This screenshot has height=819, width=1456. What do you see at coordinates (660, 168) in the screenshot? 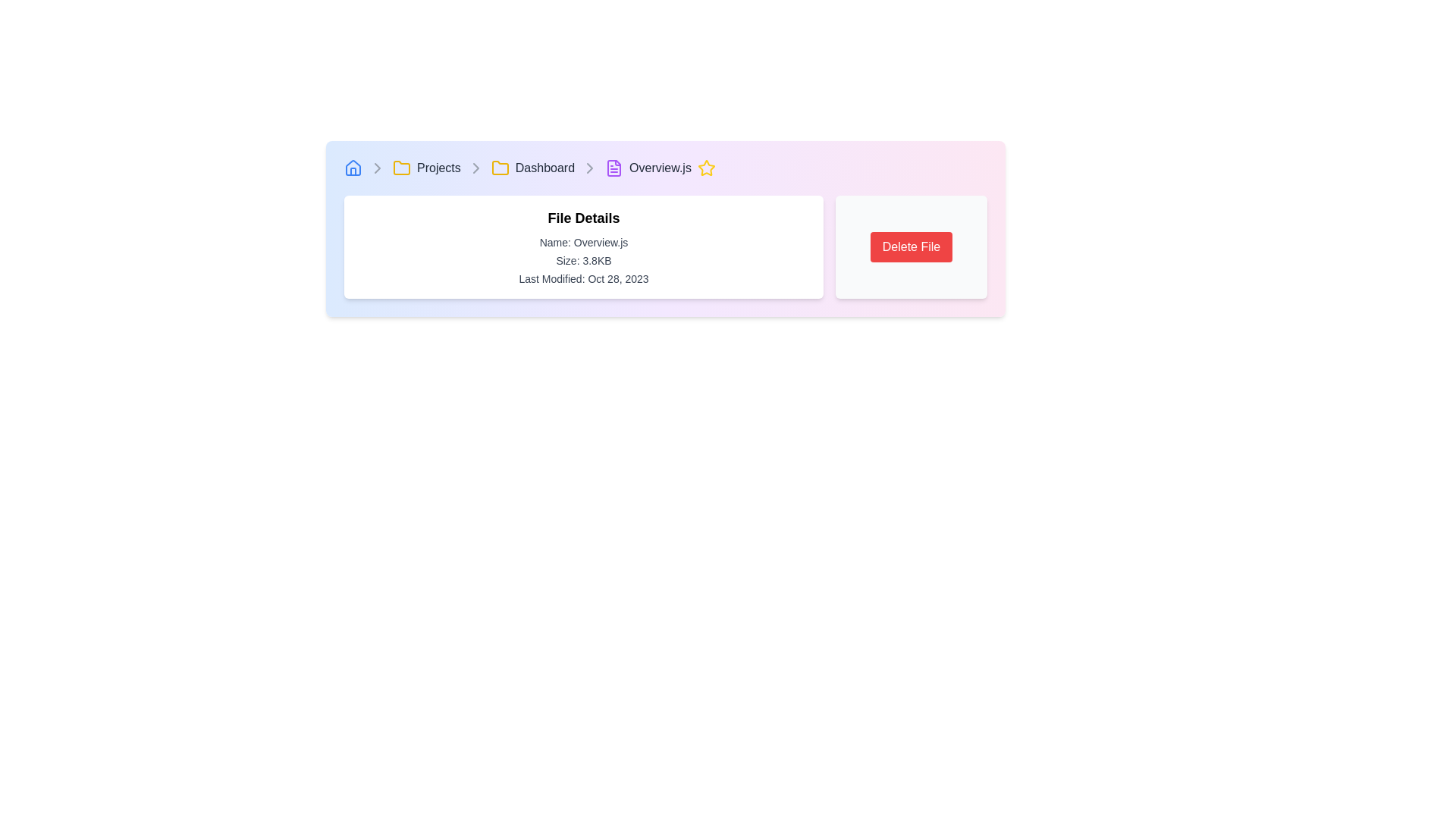
I see `the 'Overview.js' text label in the breadcrumb navigation to highlight or focus it` at bounding box center [660, 168].